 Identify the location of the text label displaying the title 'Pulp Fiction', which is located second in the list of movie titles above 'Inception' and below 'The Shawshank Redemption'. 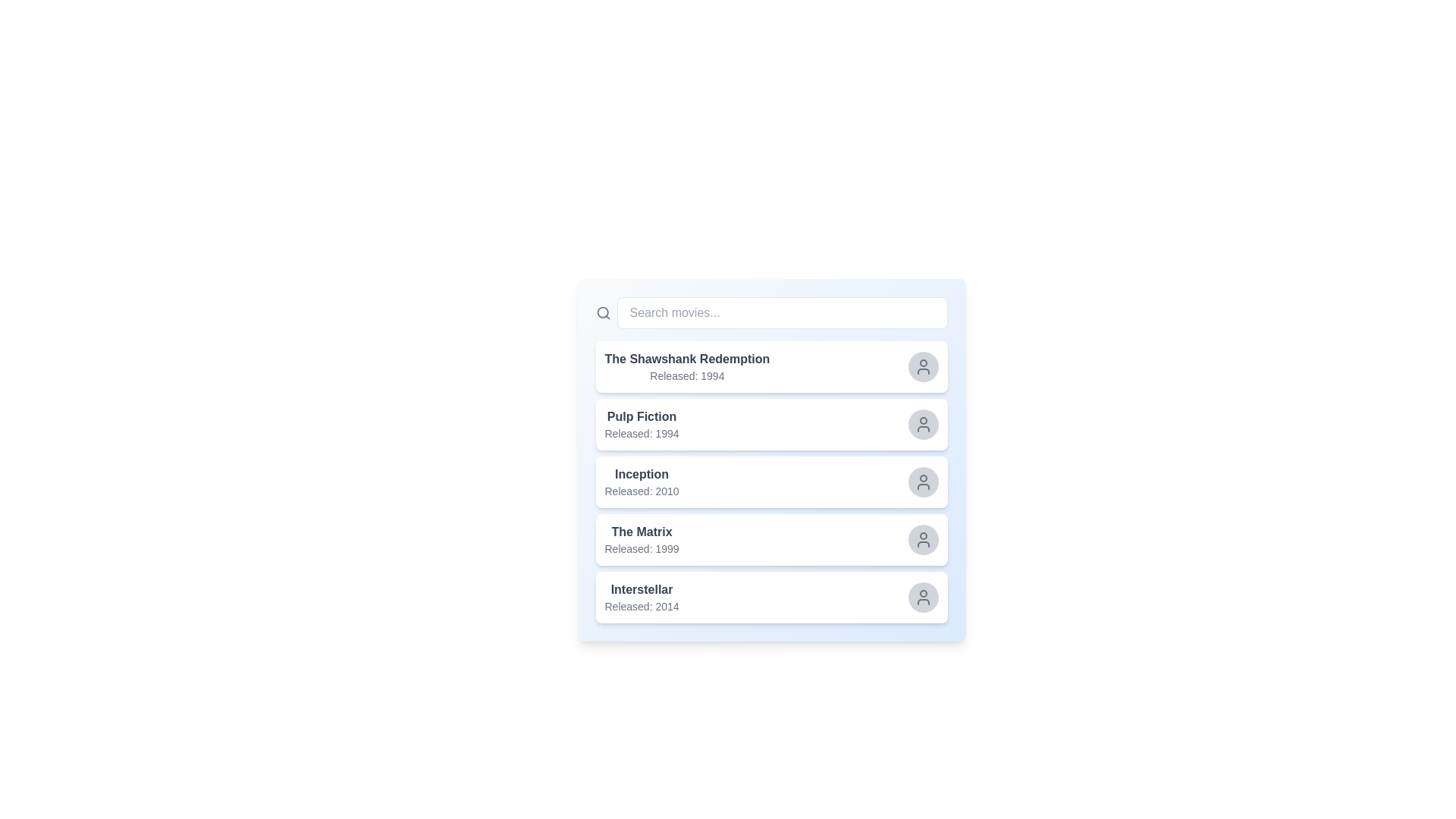
(642, 417).